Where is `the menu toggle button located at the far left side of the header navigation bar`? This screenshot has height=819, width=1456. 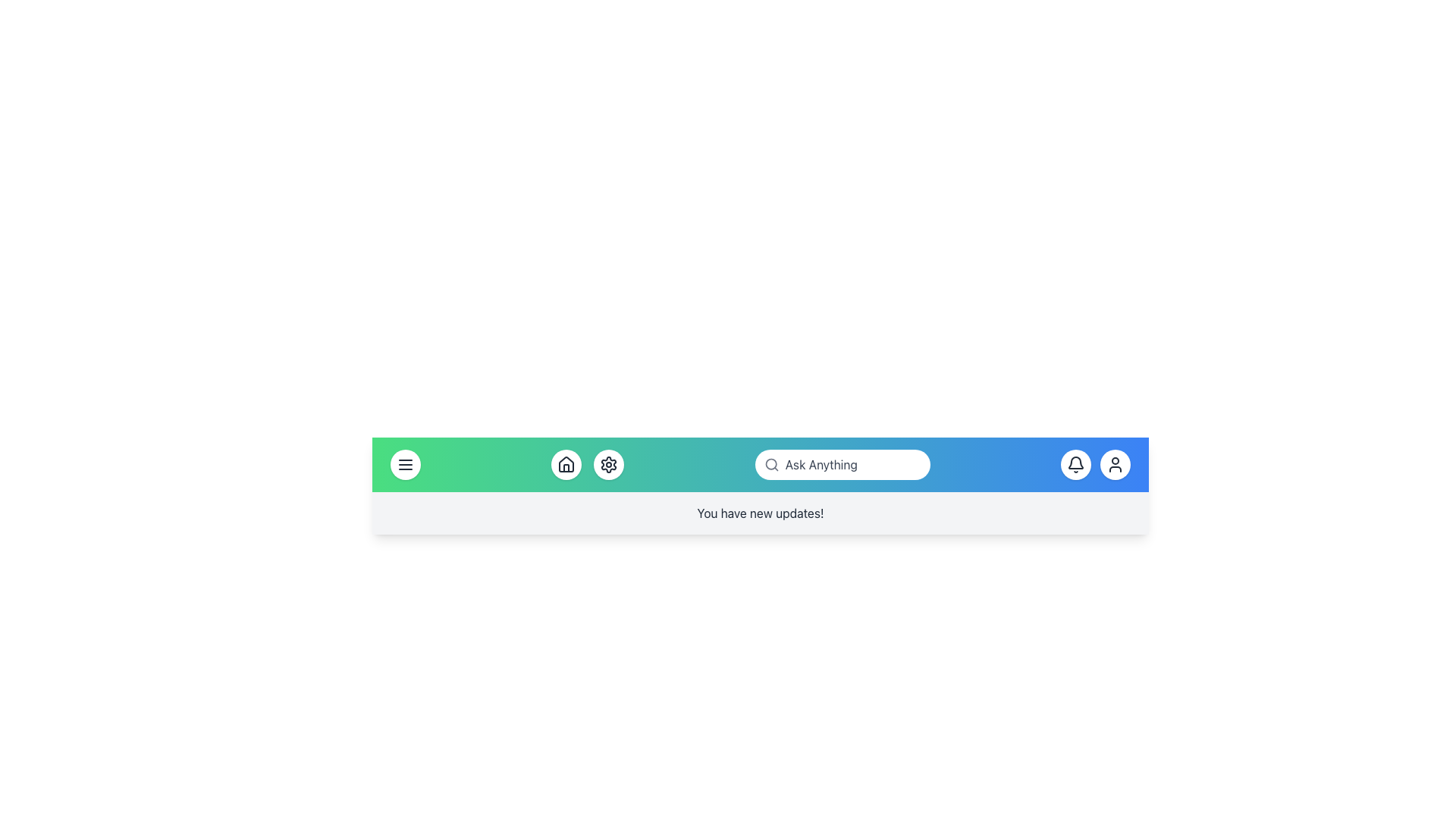
the menu toggle button located at the far left side of the header navigation bar is located at coordinates (405, 464).